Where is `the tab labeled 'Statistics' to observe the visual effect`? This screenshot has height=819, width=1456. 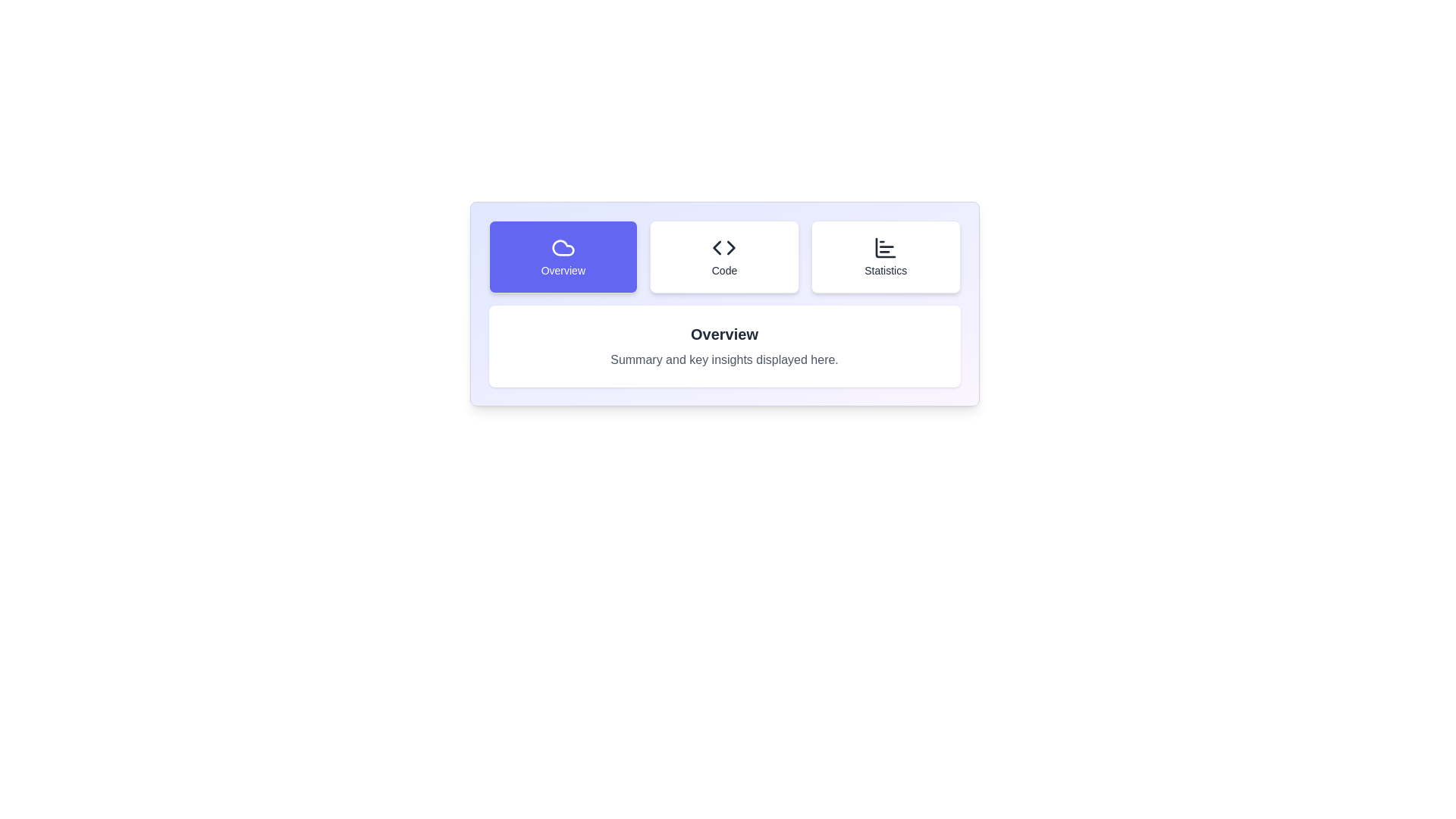 the tab labeled 'Statistics' to observe the visual effect is located at coordinates (885, 256).